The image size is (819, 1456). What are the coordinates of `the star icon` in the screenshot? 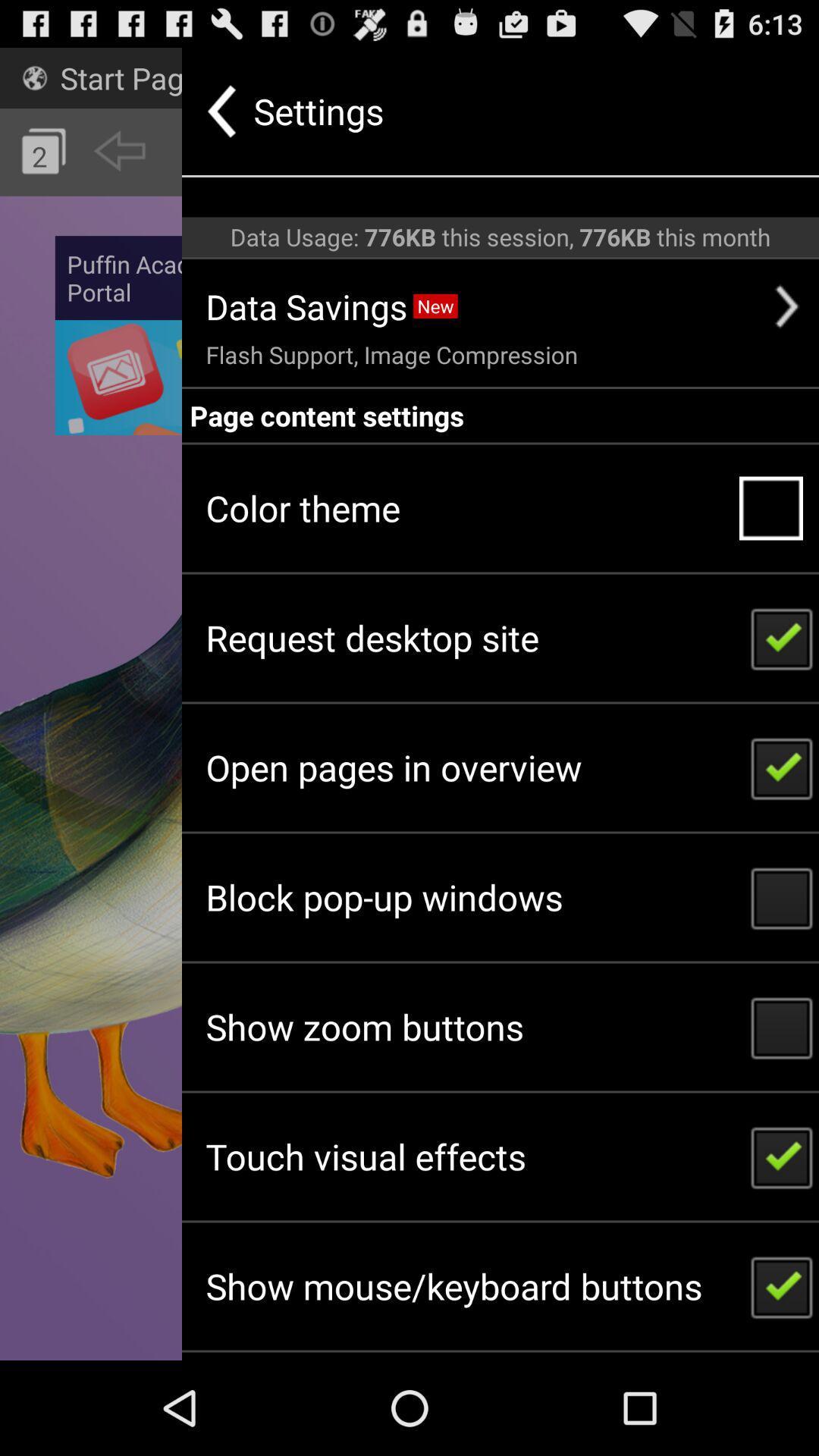 It's located at (278, 83).